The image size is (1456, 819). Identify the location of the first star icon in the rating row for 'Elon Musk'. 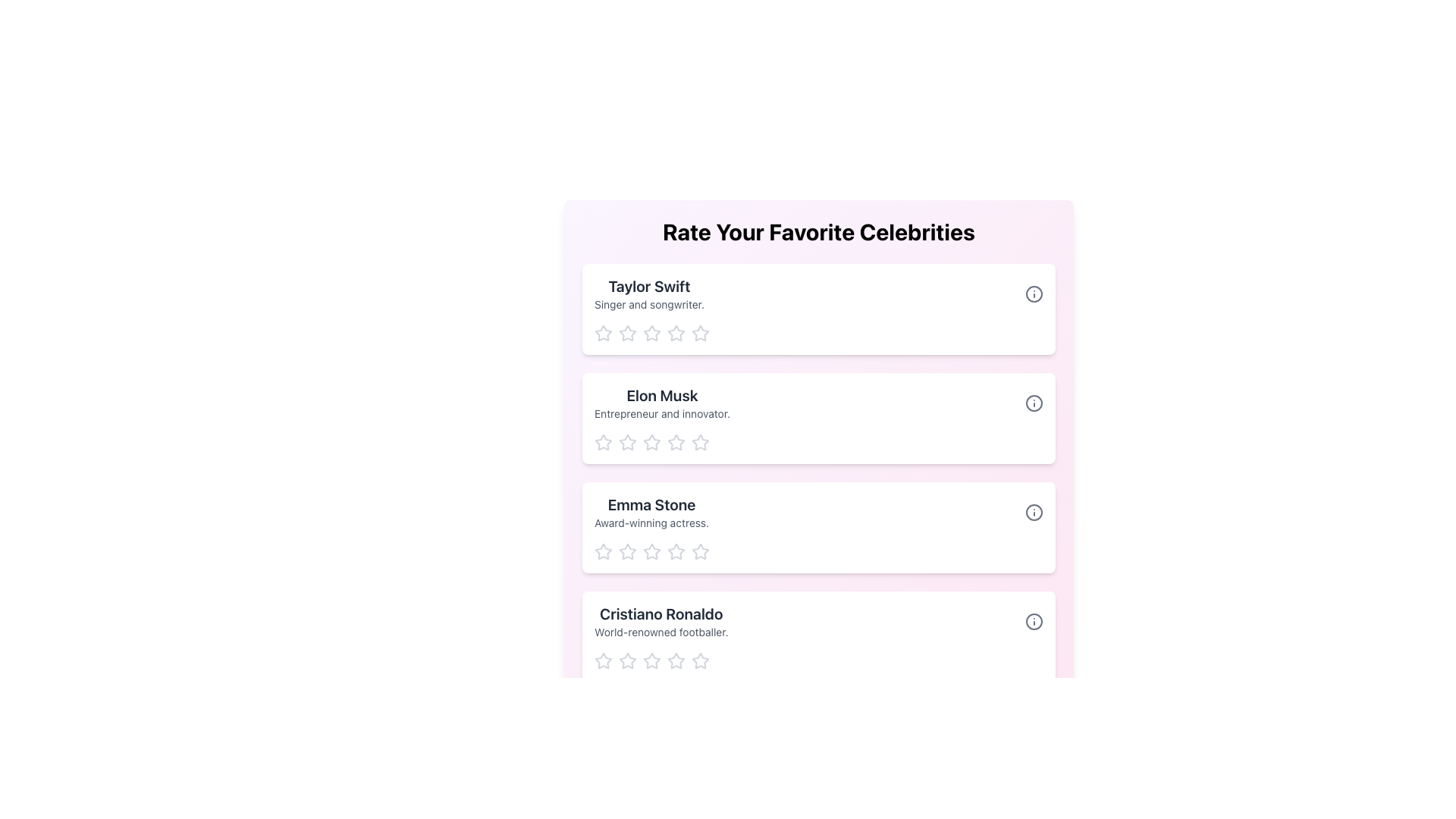
(628, 442).